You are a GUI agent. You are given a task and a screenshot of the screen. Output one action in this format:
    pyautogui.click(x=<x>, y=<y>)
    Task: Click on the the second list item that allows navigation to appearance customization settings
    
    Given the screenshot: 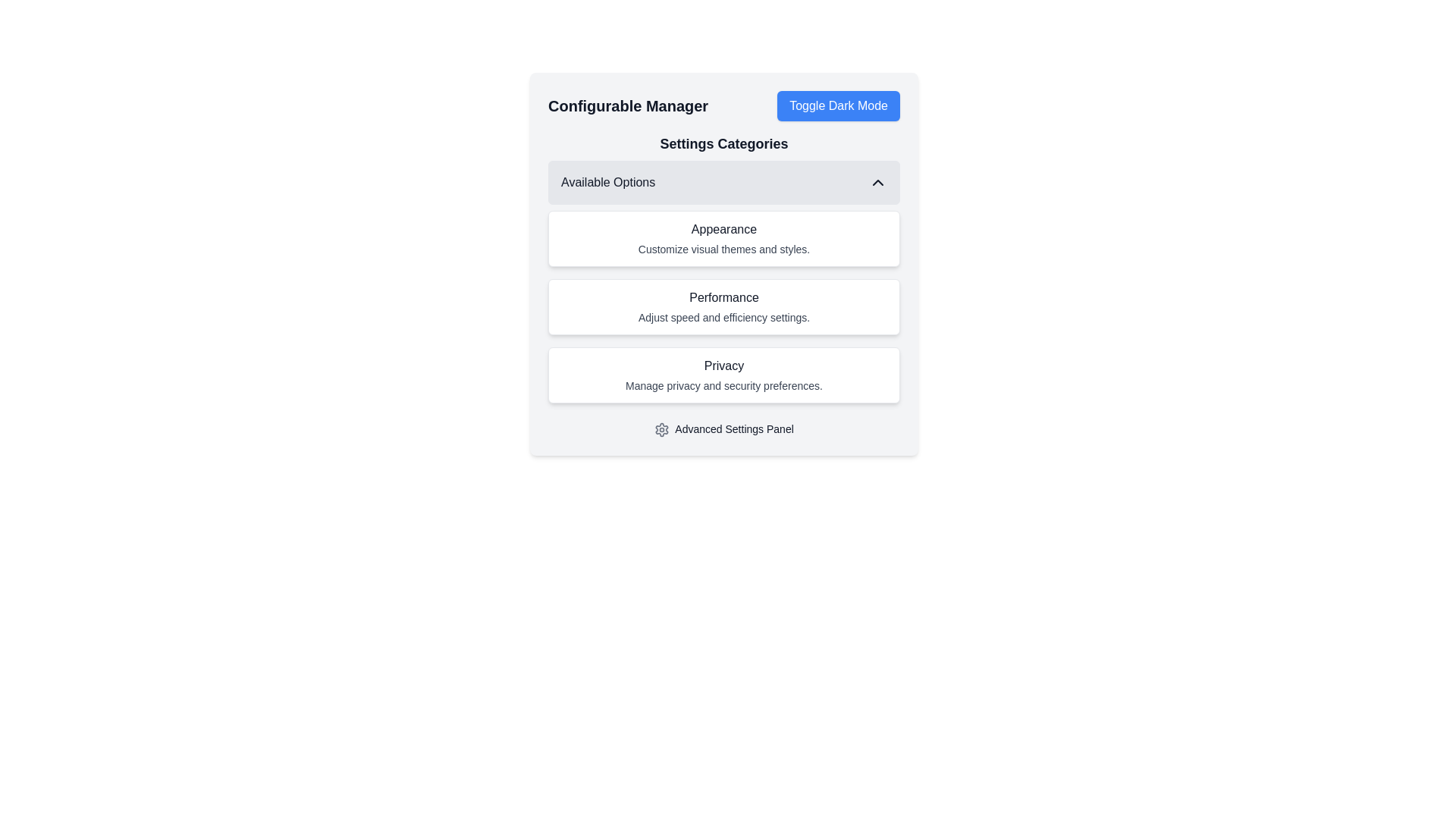 What is the action you would take?
    pyautogui.click(x=723, y=262)
    